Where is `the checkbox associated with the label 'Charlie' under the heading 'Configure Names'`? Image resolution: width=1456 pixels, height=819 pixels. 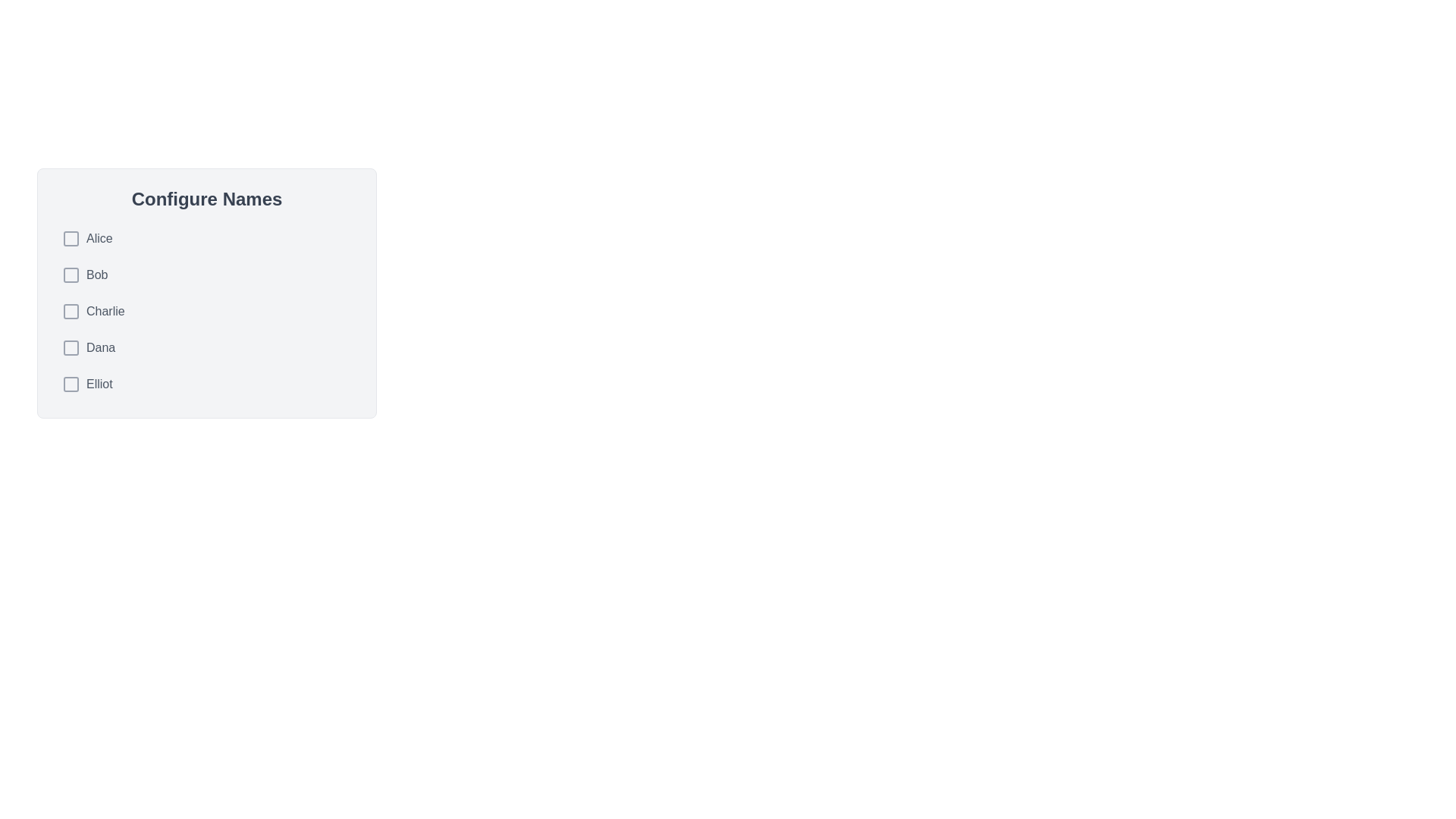 the checkbox associated with the label 'Charlie' under the heading 'Configure Names' is located at coordinates (71, 311).